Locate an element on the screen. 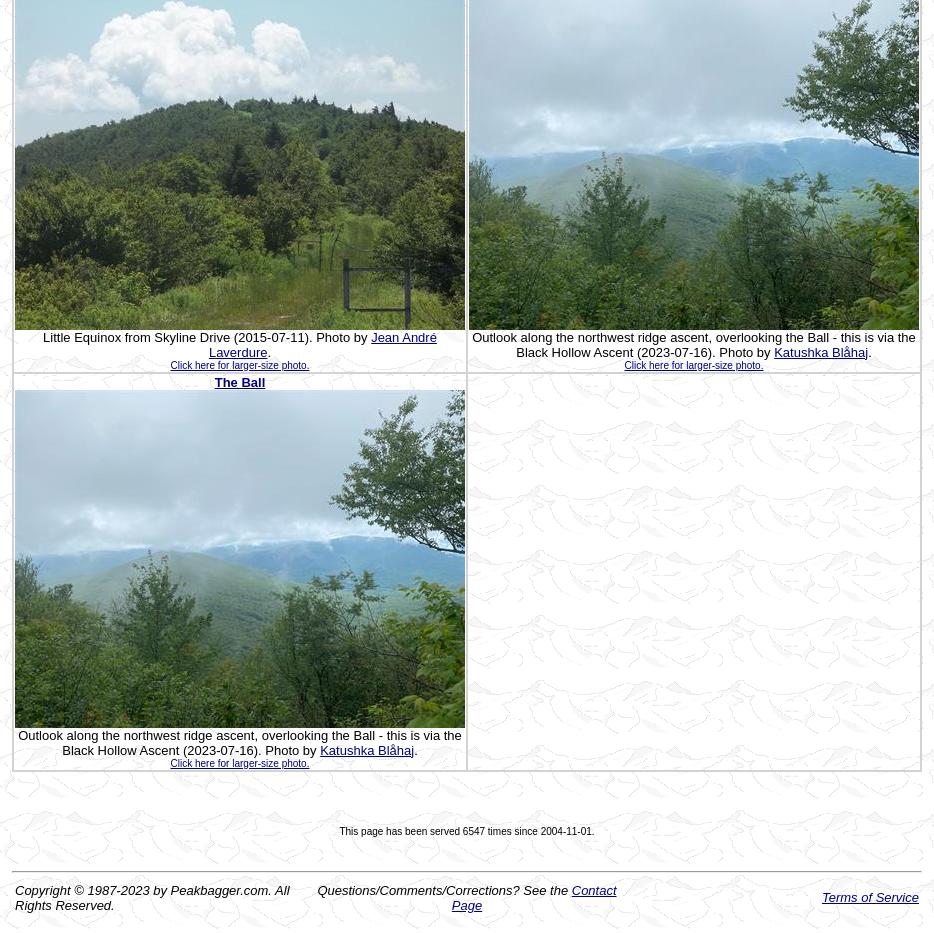 The height and width of the screenshot is (933, 934). 'Terms of Service' is located at coordinates (869, 897).